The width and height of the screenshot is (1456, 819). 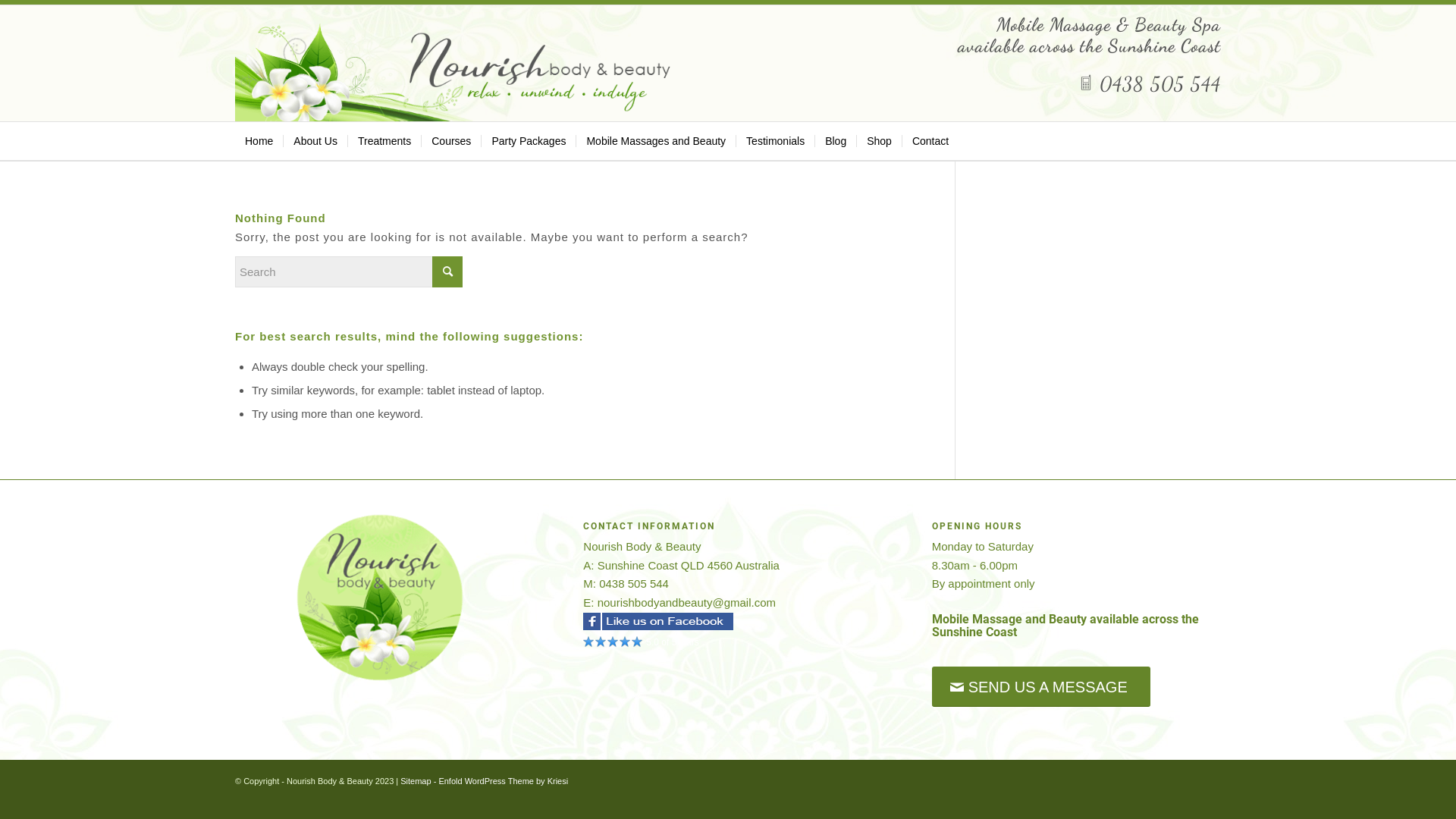 What do you see at coordinates (574, 140) in the screenshot?
I see `'Mobile Massages and Beauty'` at bounding box center [574, 140].